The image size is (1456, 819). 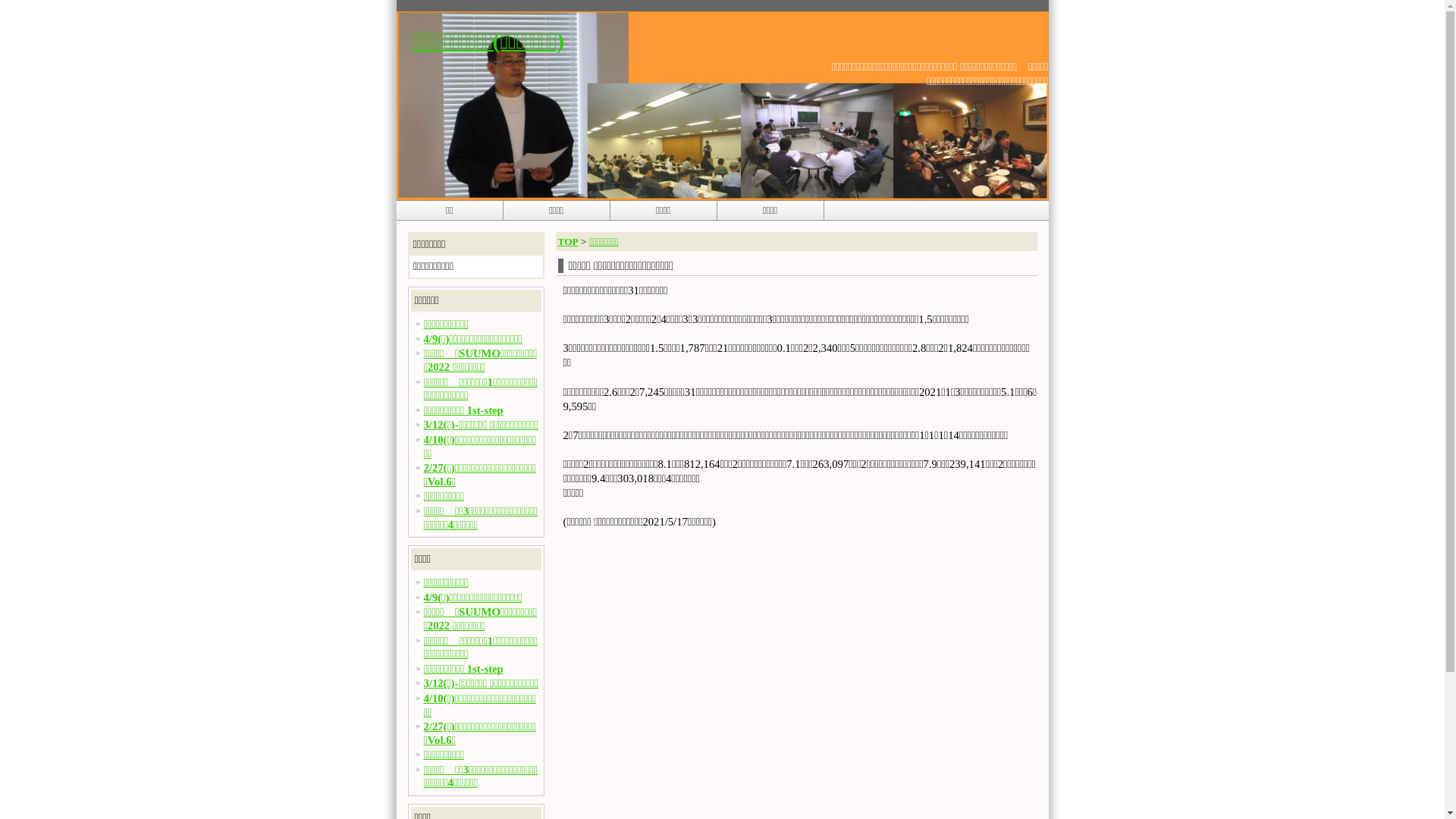 I want to click on 'TOP', so click(x=567, y=240).